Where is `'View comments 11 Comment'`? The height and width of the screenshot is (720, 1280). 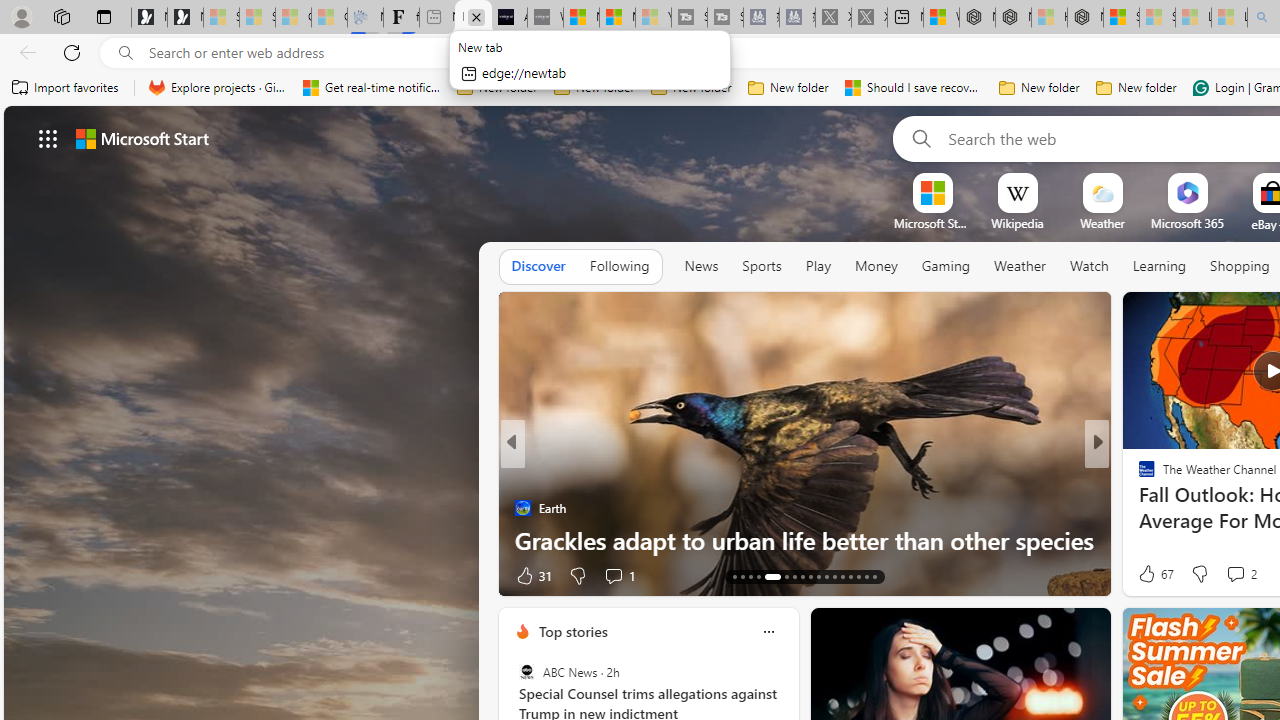
'View comments 11 Comment' is located at coordinates (1243, 575).